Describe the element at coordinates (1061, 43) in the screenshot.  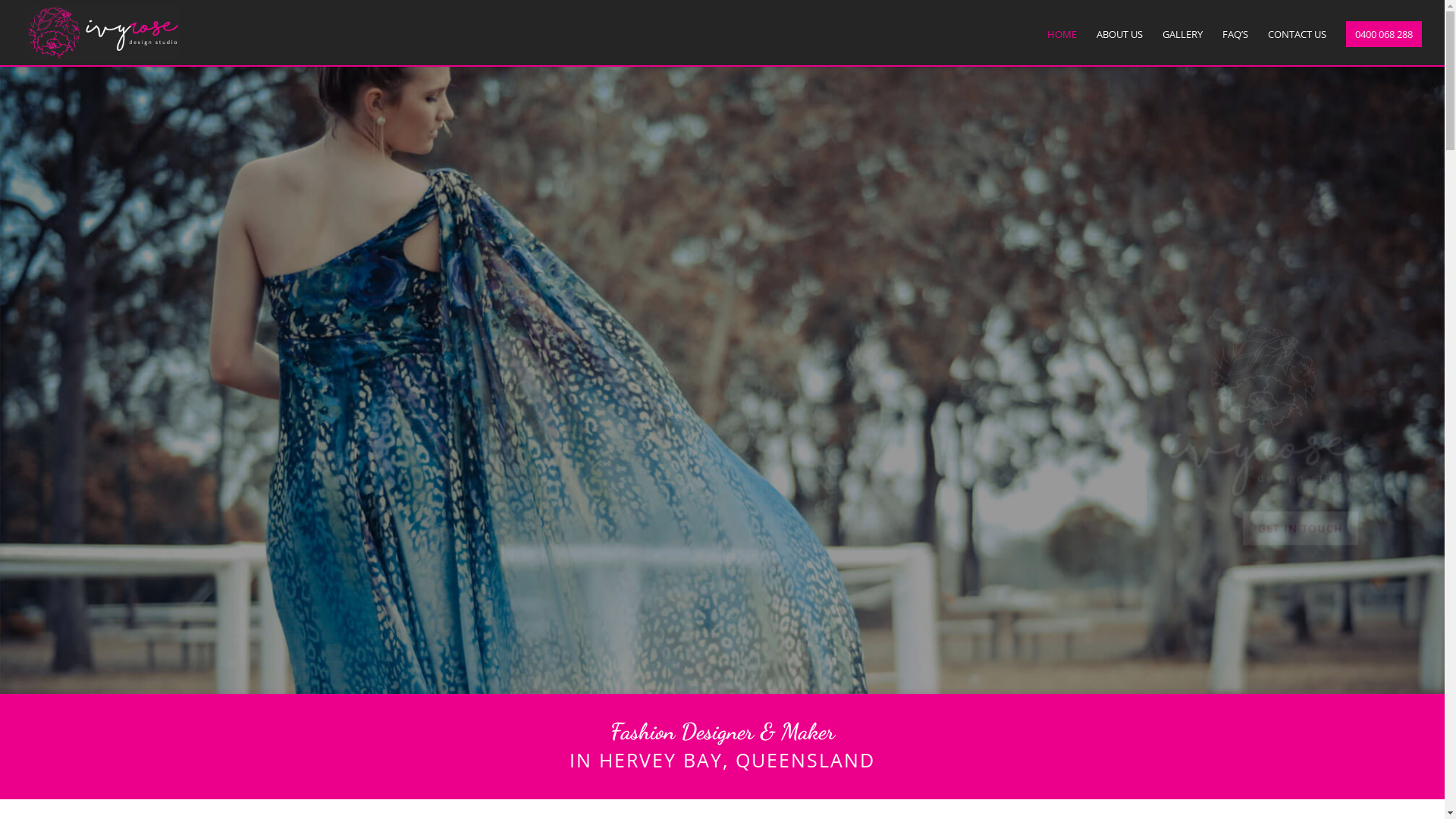
I see `'HOME'` at that location.